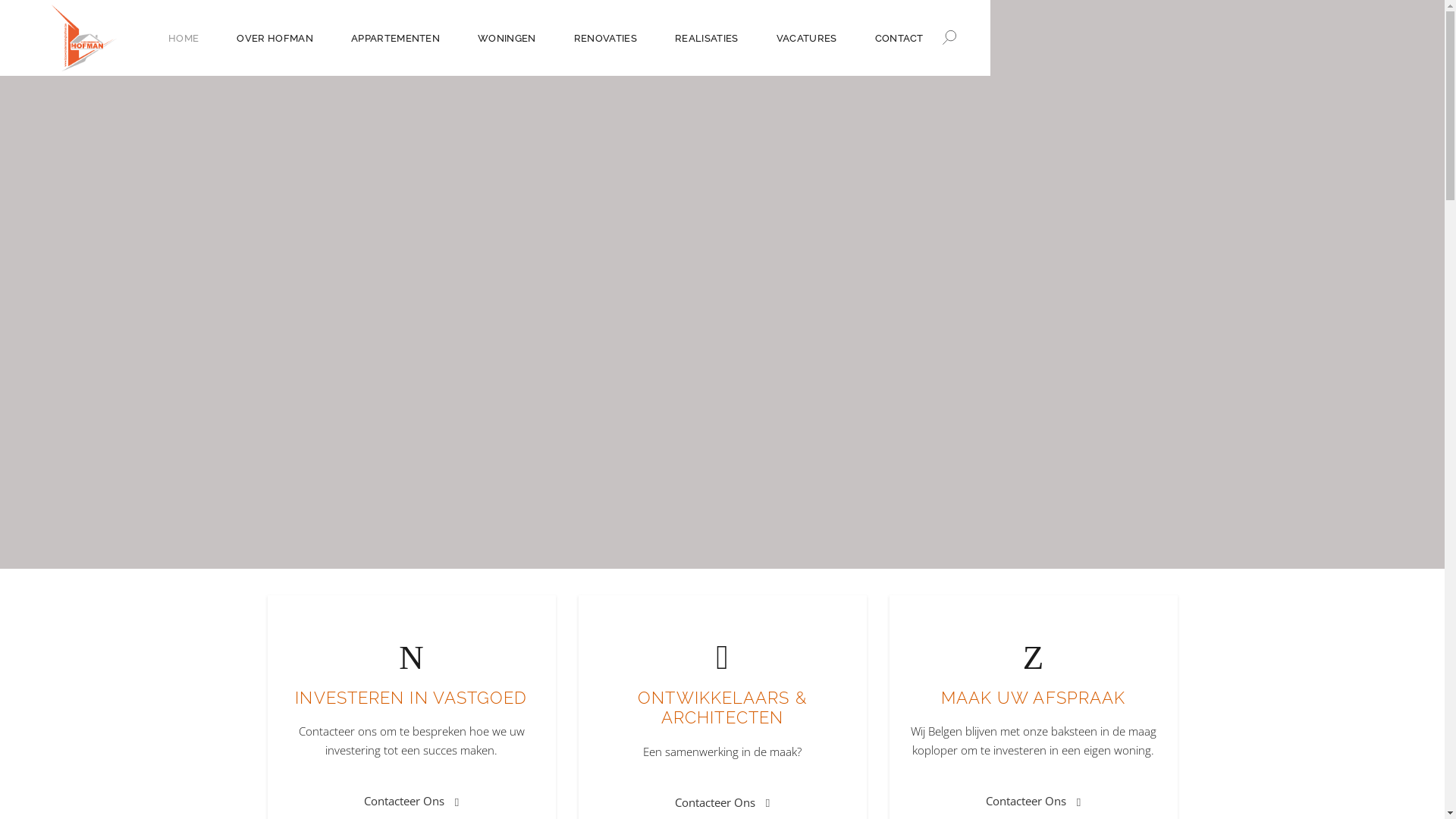  What do you see at coordinates (721, 801) in the screenshot?
I see `'Contacteer Ons'` at bounding box center [721, 801].